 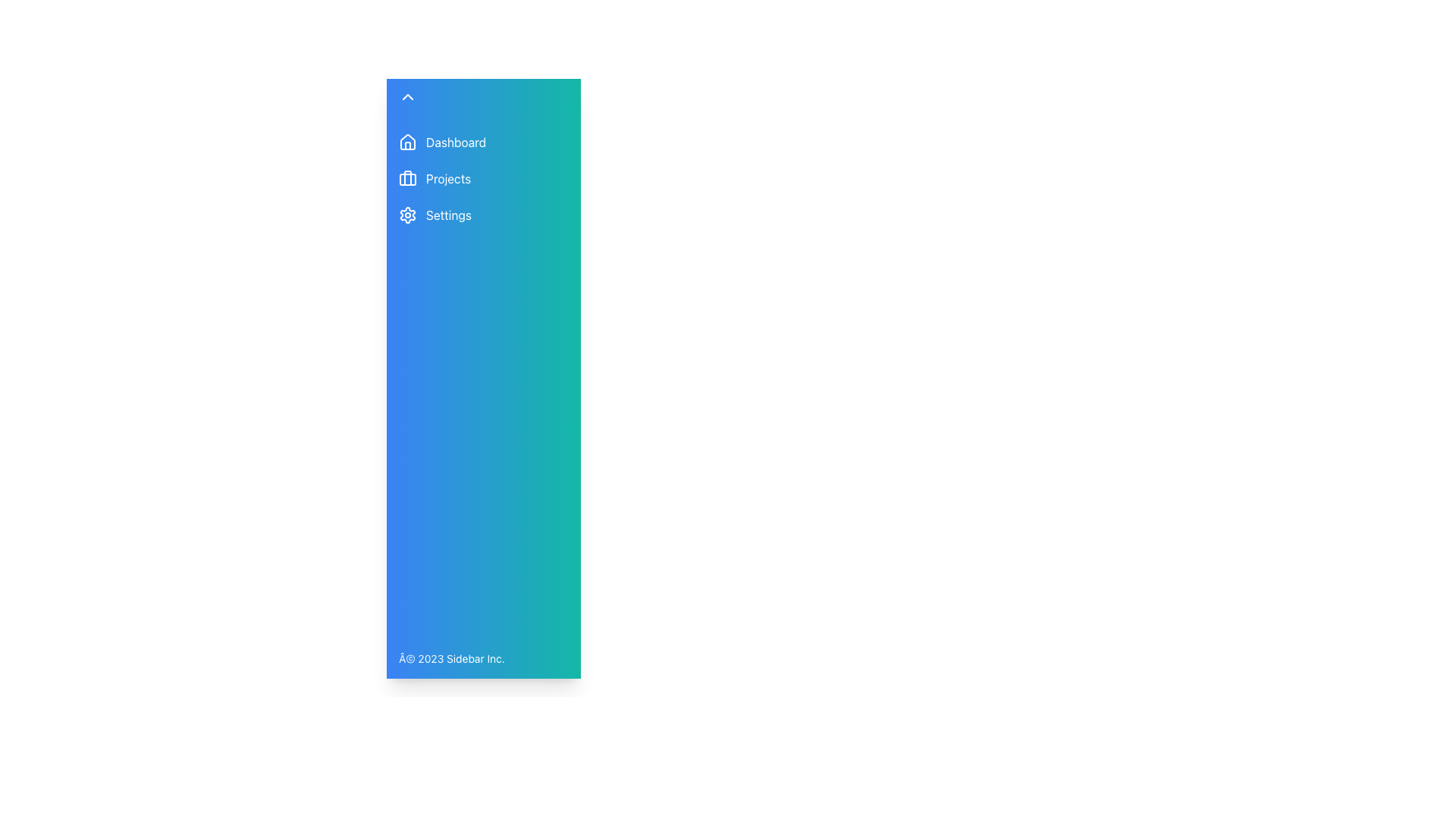 I want to click on the blue briefcase icon located in the sidebar menu, which is positioned second in the list of options beneath 'Dashboard' and above 'Settings', so click(x=407, y=177).